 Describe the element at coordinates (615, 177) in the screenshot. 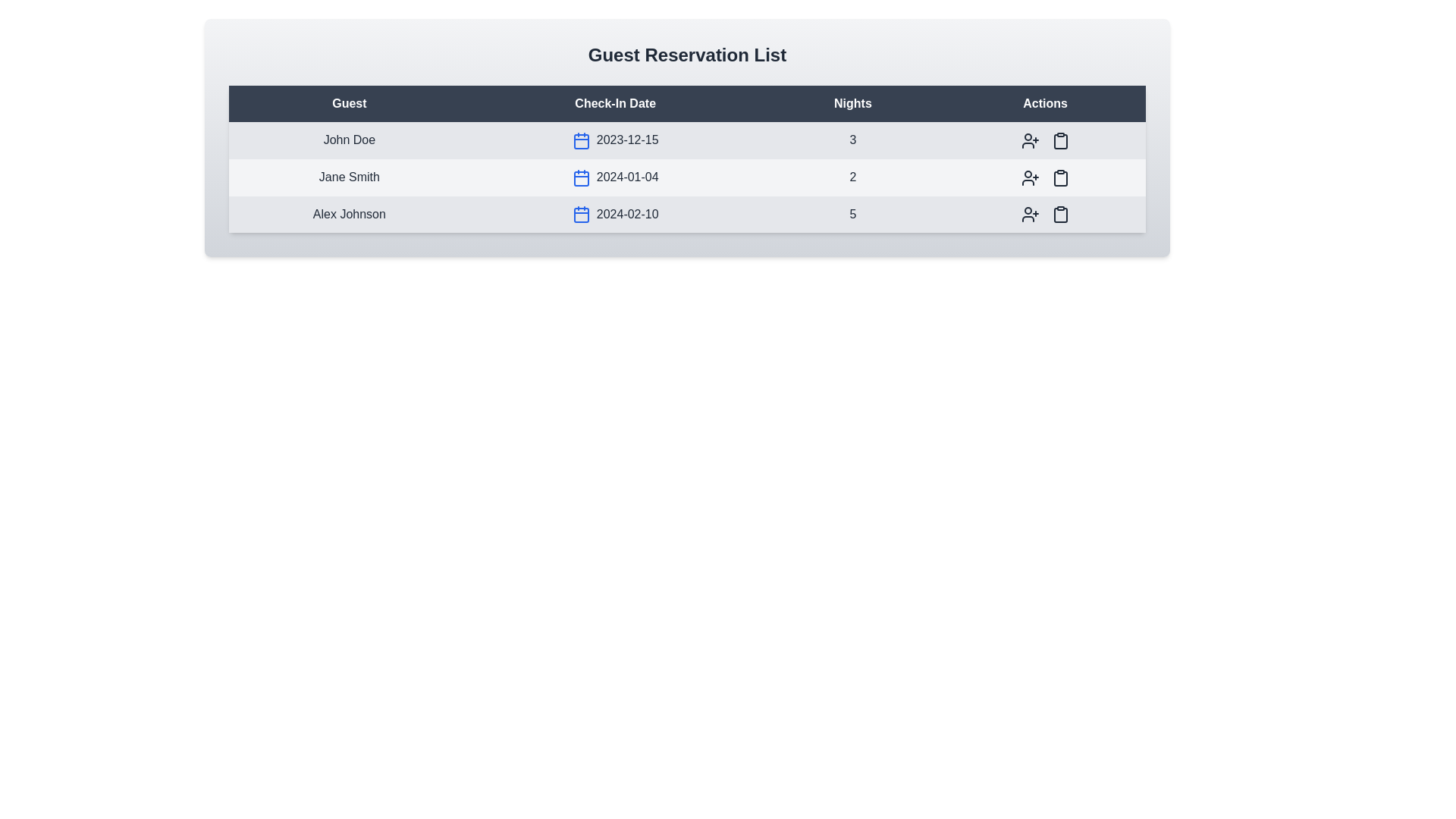

I see `the text element displaying the check-in date '2024-01-04' in the second row of the table under the 'Check-In Date' column, which is adjacent to the blue calendar icon` at that location.